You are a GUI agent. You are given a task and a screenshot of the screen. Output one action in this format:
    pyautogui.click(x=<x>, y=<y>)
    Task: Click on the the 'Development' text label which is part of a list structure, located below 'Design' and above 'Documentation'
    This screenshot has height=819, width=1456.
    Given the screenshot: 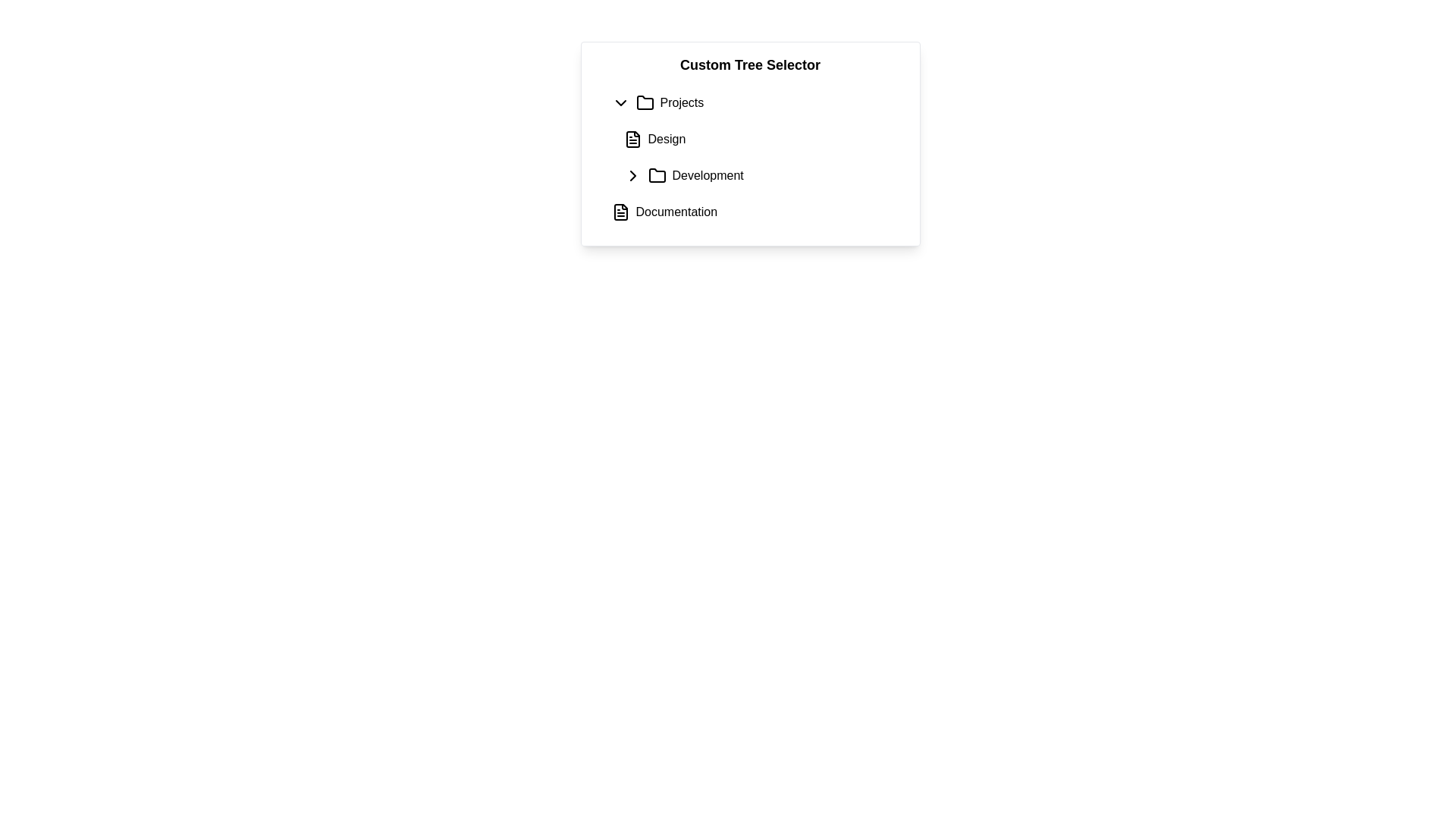 What is the action you would take?
    pyautogui.click(x=707, y=174)
    